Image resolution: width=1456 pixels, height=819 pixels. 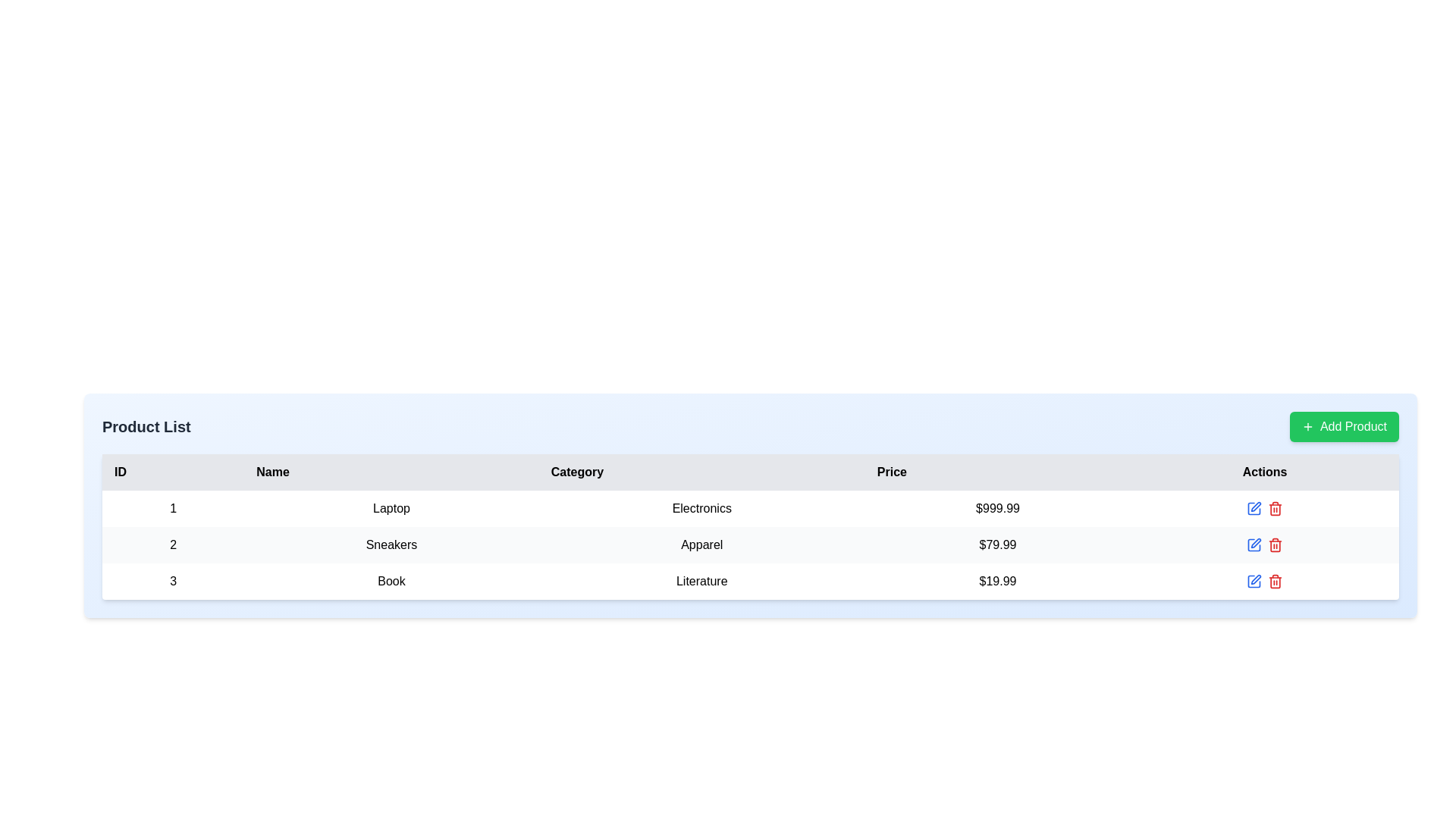 I want to click on the trash icon in the 'Actions' column of the third row of the product list table, which represents a delete action, so click(x=1275, y=546).